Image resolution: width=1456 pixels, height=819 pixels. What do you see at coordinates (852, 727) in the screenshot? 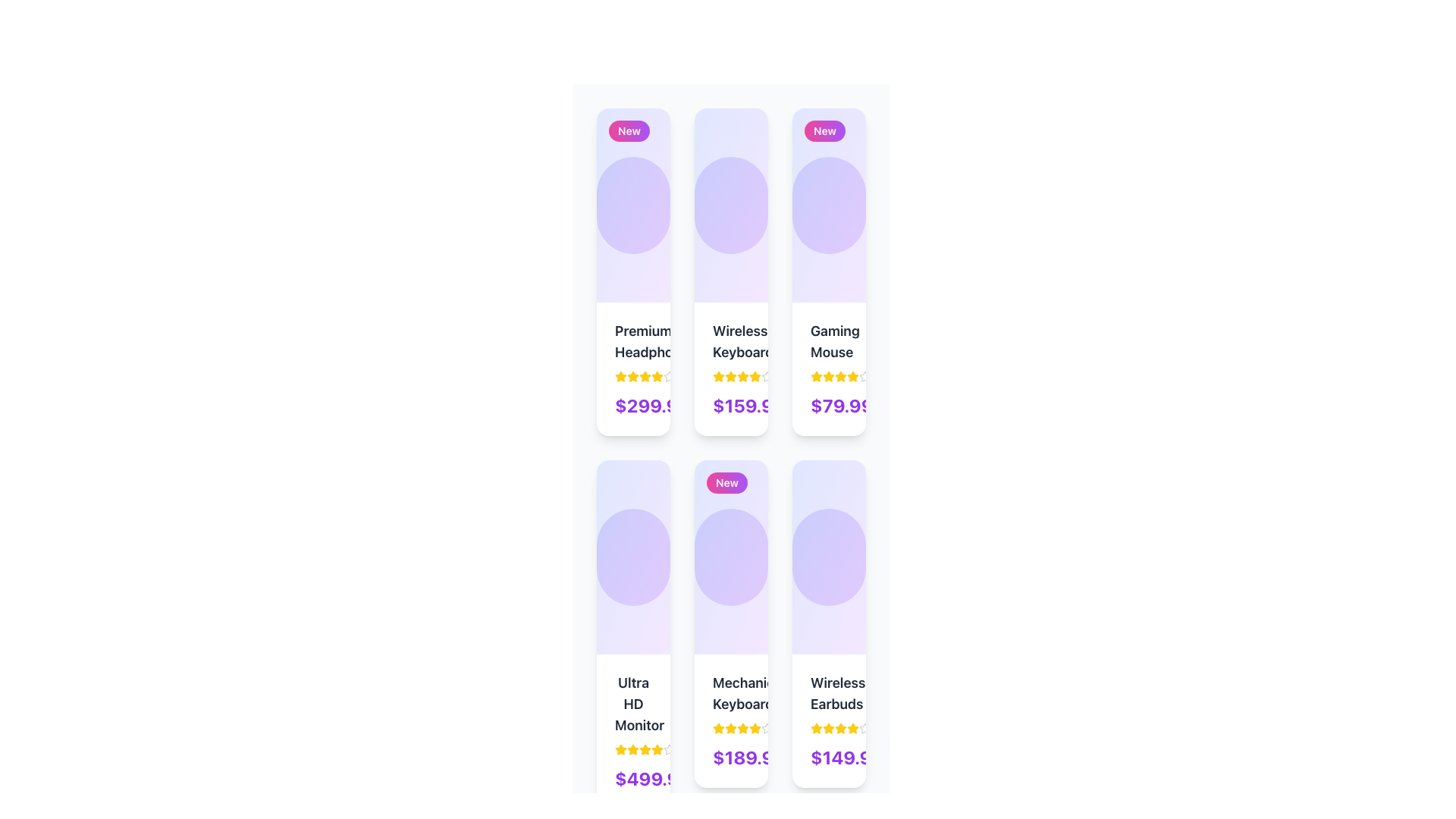
I see `the fourth star icon filled with yellow color, positioned below the 'Wireless Earbuds' card` at bounding box center [852, 727].